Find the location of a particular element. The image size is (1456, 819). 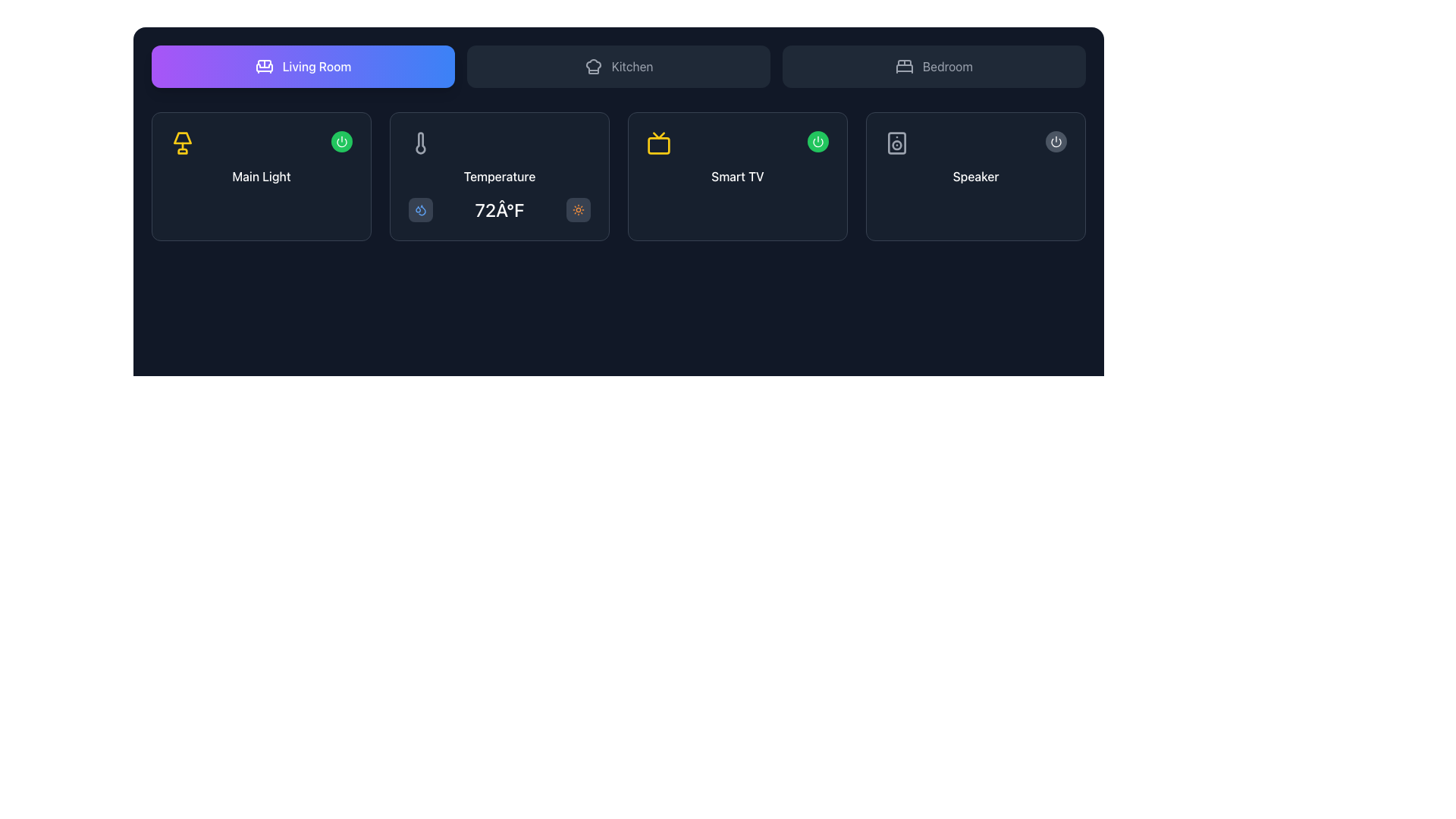

the gray thermometer icon located at the top-left section of the 'Temperature' card, which is styled in minimalistic line-art fashion is located at coordinates (421, 143).